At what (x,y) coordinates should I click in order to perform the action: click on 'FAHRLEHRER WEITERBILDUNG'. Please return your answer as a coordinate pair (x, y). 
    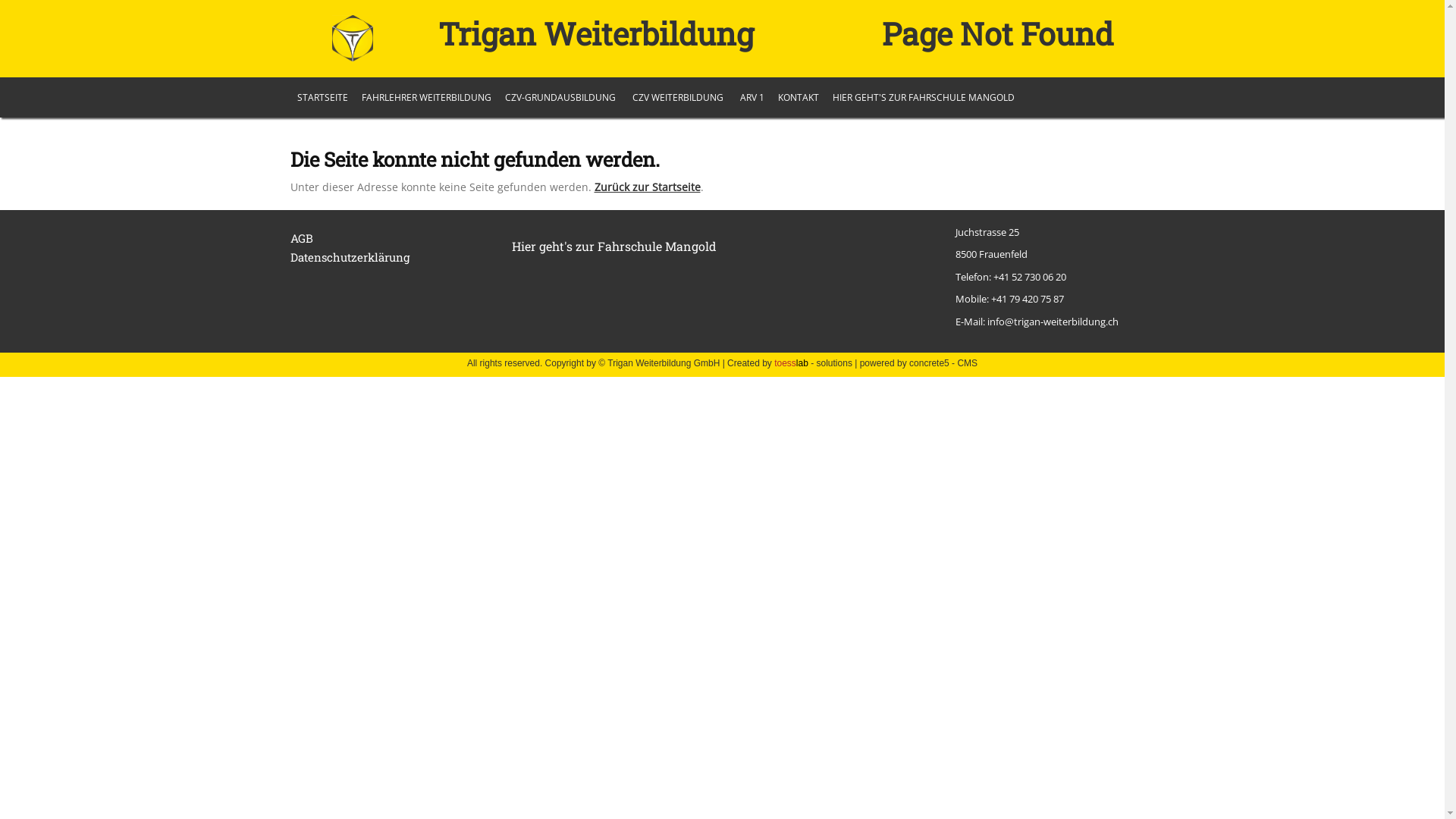
    Looking at the image, I should click on (425, 97).